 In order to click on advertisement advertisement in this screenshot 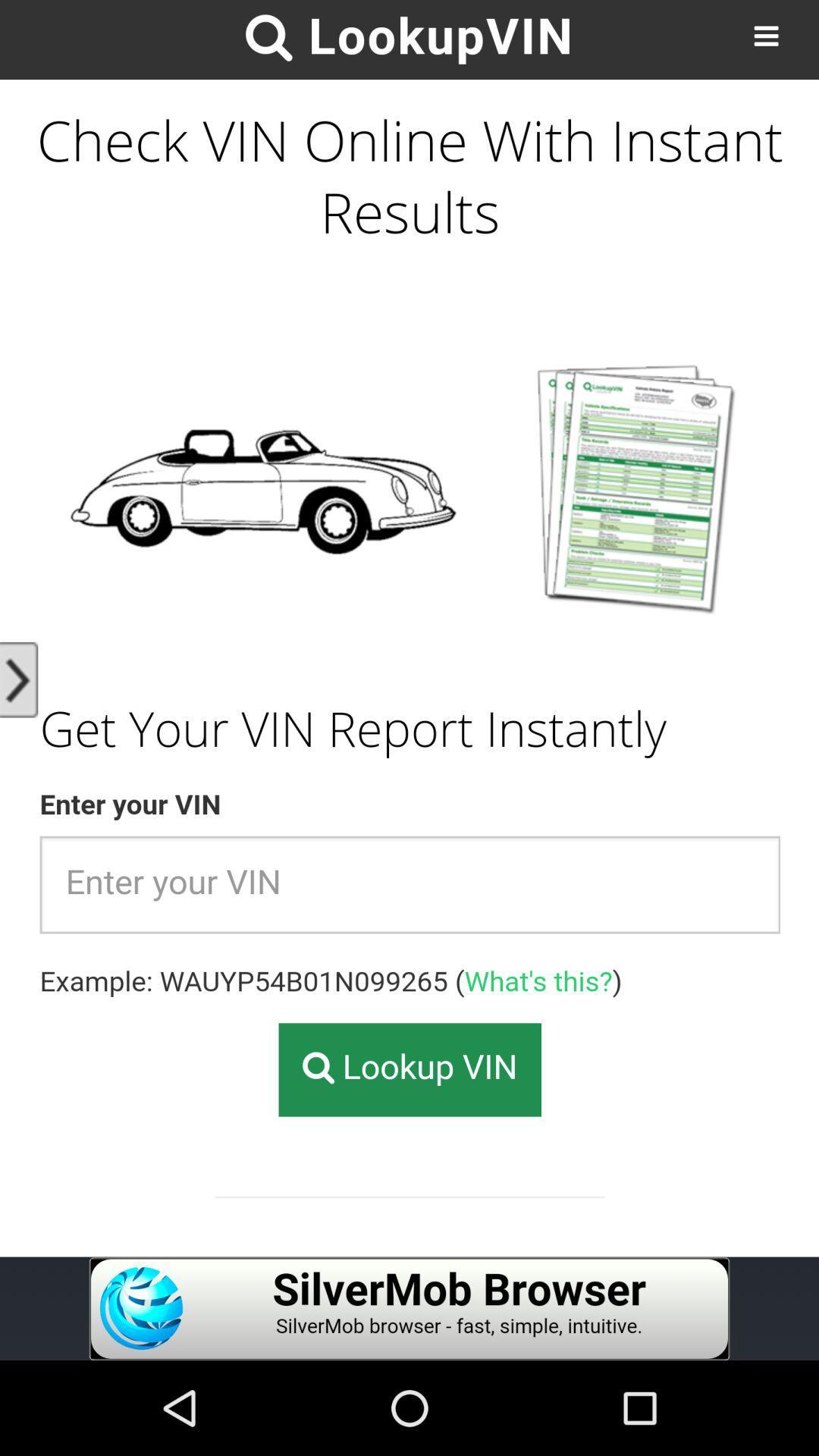, I will do `click(409, 1308)`.